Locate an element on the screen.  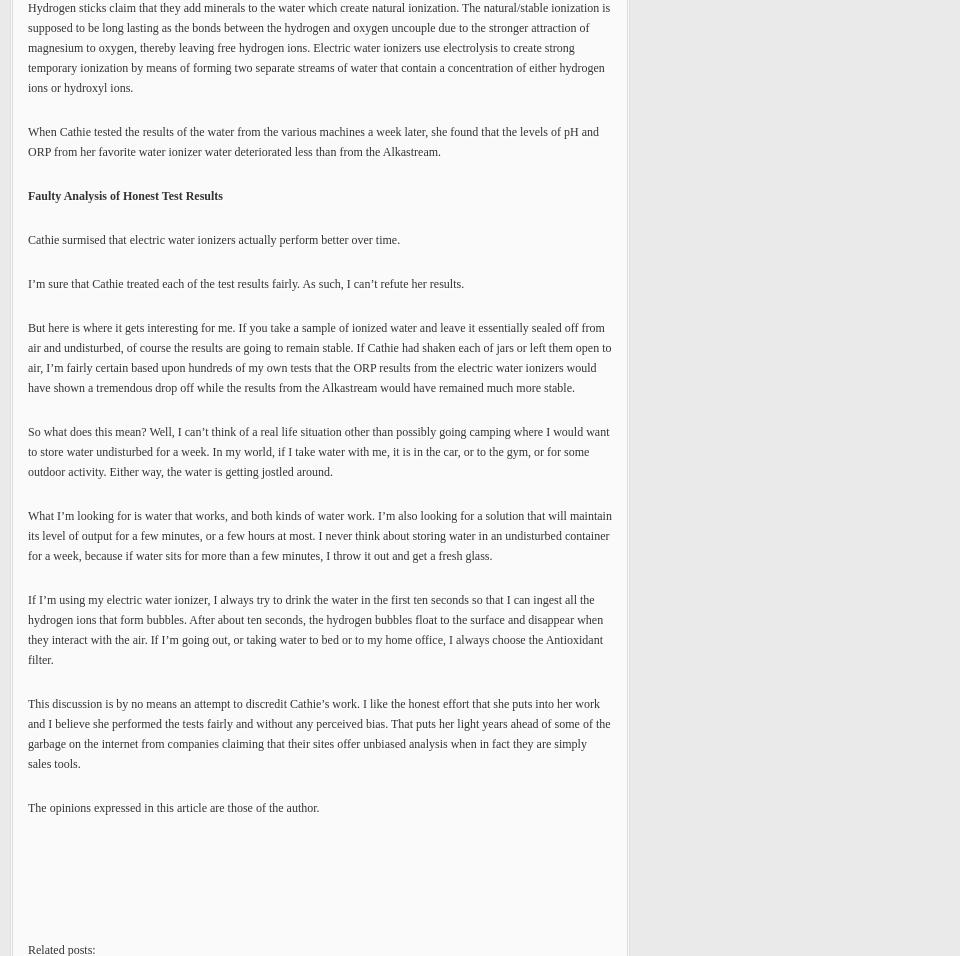
'What I’m looking for is water that works, and both kinds of water work.  I’m also looking for a solution that will maintain its level of output for a few minutes, or a few hours at most.  I never think about storing water in an undisturbed container for a week, because if water sits for more than a few minutes, I throw it out and get a fresh glass.' is located at coordinates (319, 535).